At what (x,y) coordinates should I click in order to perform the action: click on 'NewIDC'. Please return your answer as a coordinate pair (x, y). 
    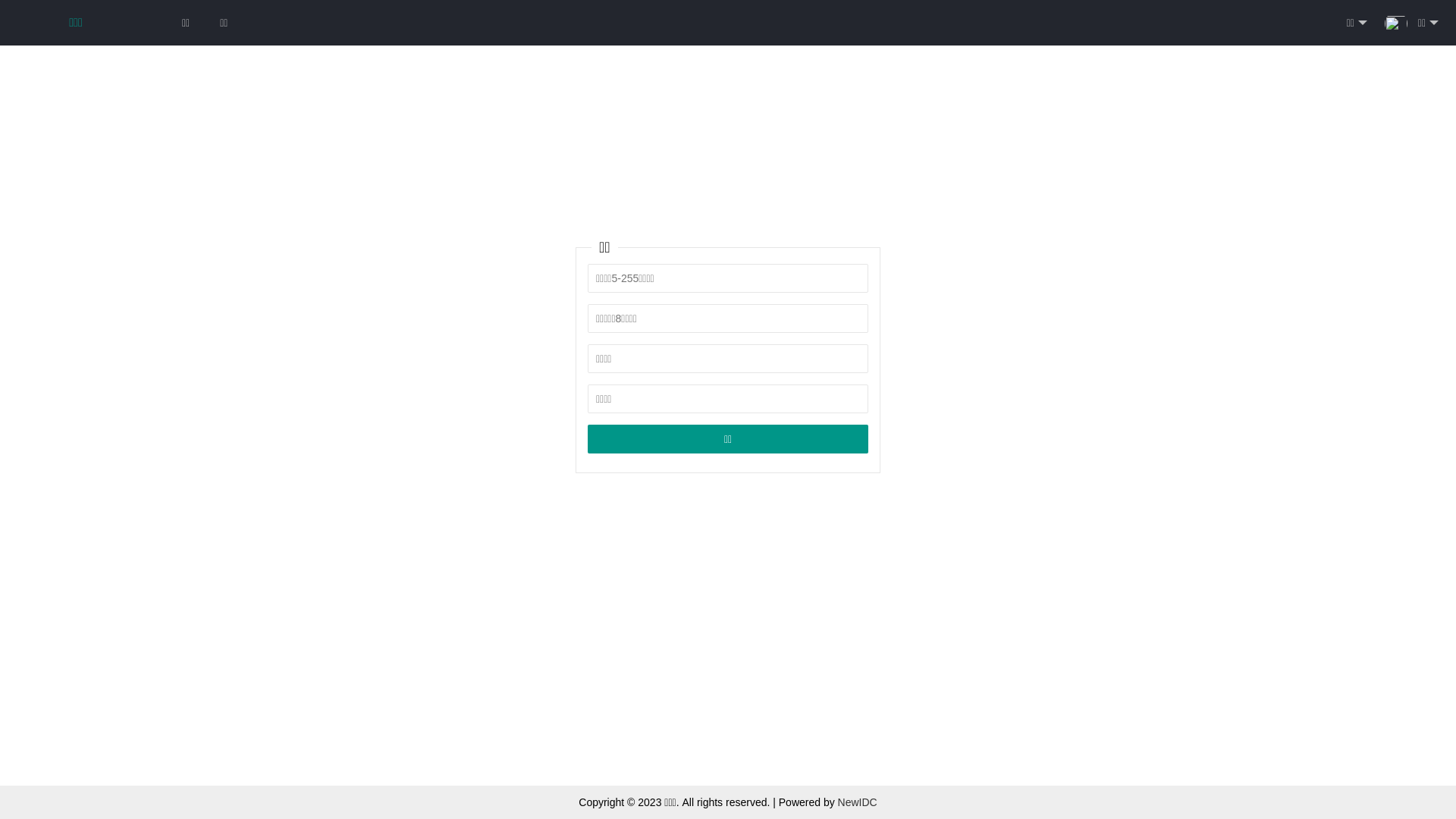
    Looking at the image, I should click on (858, 801).